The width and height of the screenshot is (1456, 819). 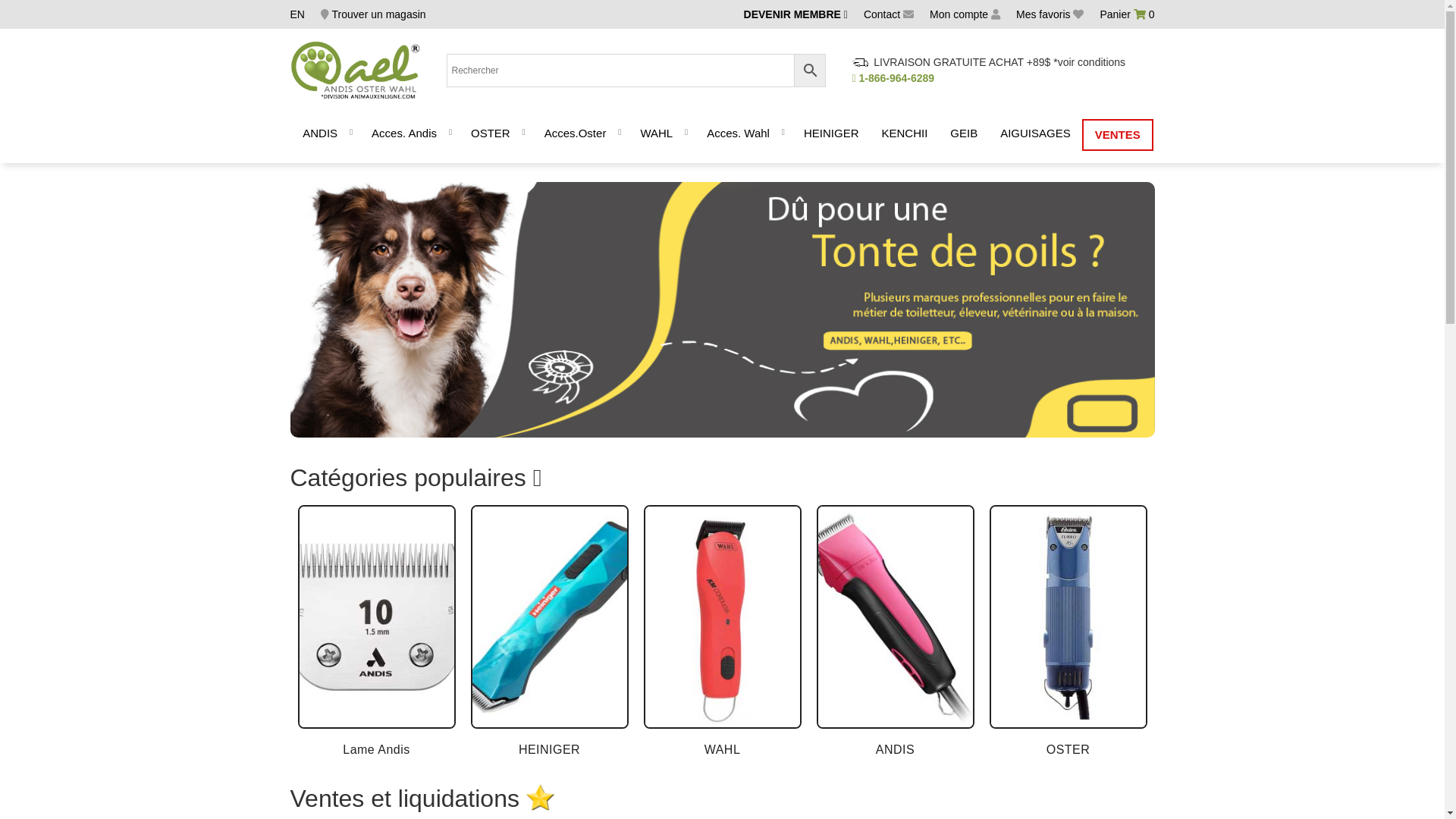 I want to click on 'OSTER', so click(x=1066, y=632).